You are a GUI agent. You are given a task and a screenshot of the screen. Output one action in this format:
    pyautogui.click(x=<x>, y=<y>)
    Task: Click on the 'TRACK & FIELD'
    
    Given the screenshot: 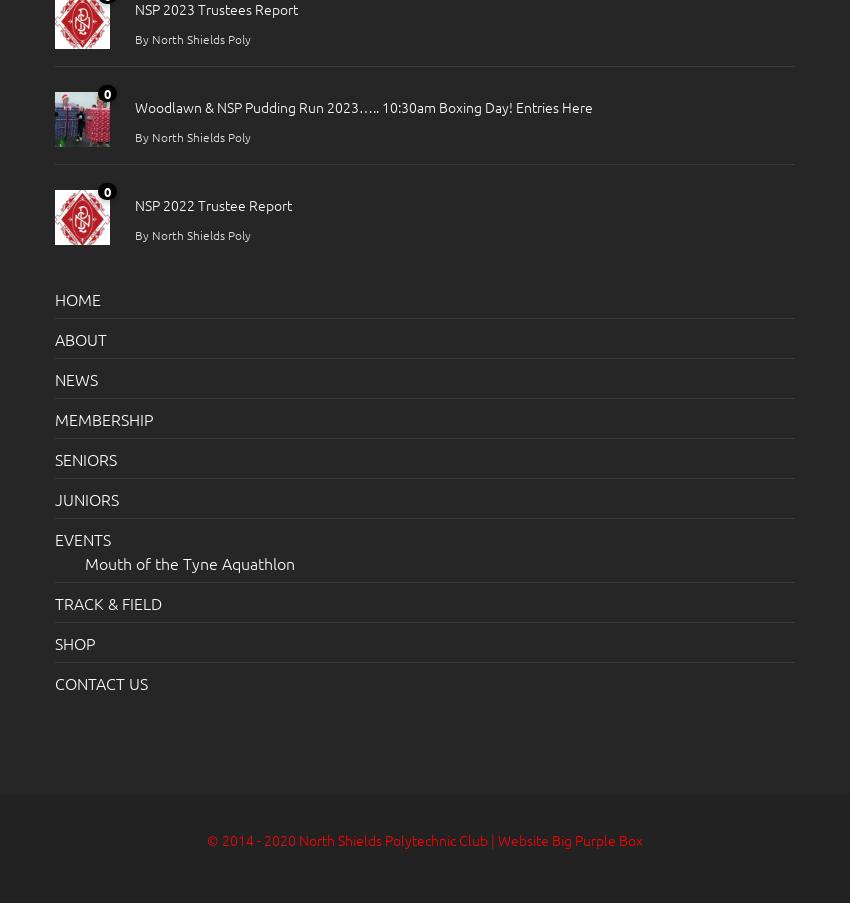 What is the action you would take?
    pyautogui.click(x=107, y=602)
    